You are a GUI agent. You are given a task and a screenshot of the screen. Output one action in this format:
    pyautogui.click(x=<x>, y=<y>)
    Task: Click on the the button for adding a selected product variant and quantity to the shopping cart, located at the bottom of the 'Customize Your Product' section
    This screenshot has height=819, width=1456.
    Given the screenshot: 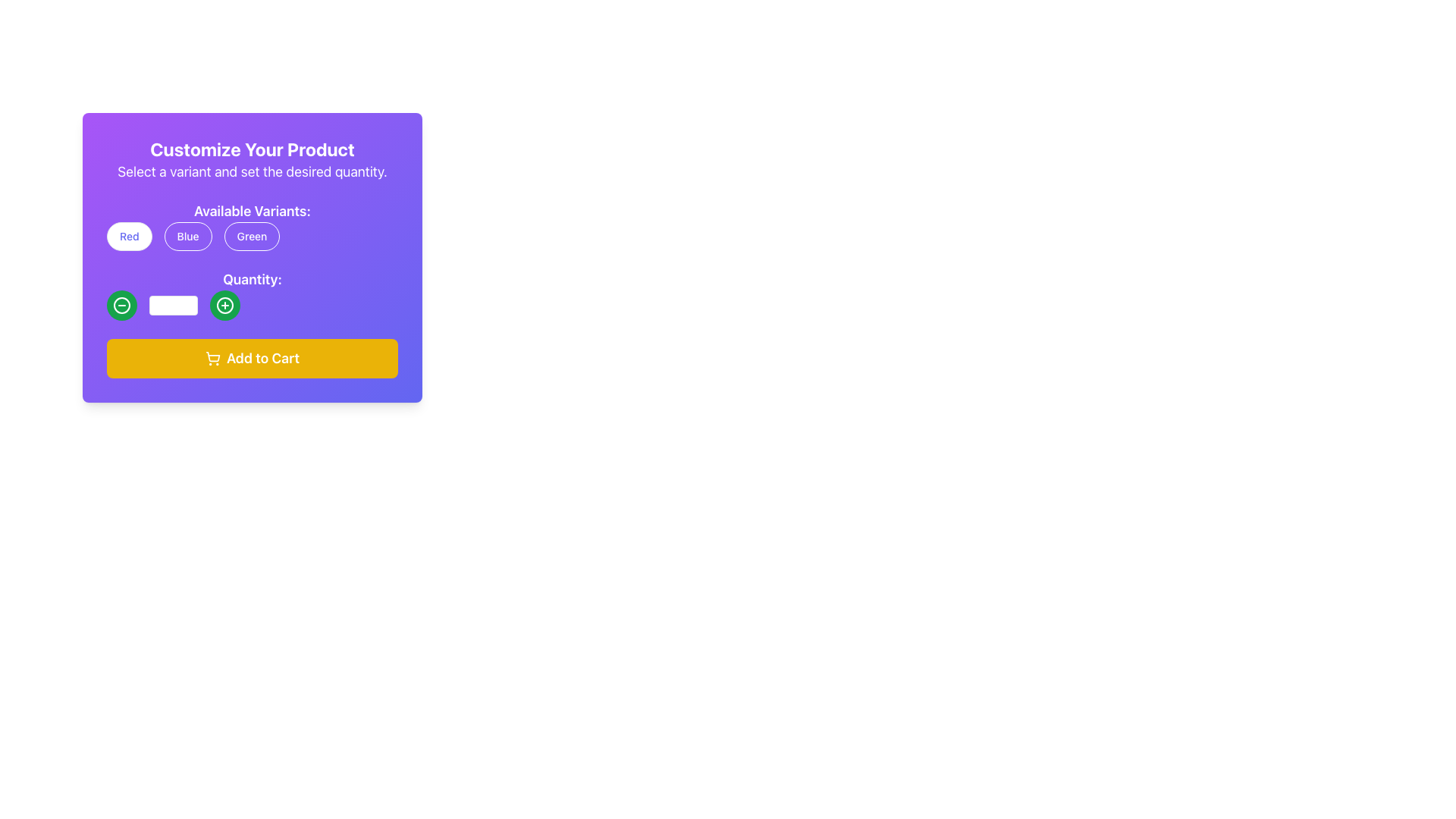 What is the action you would take?
    pyautogui.click(x=252, y=359)
    